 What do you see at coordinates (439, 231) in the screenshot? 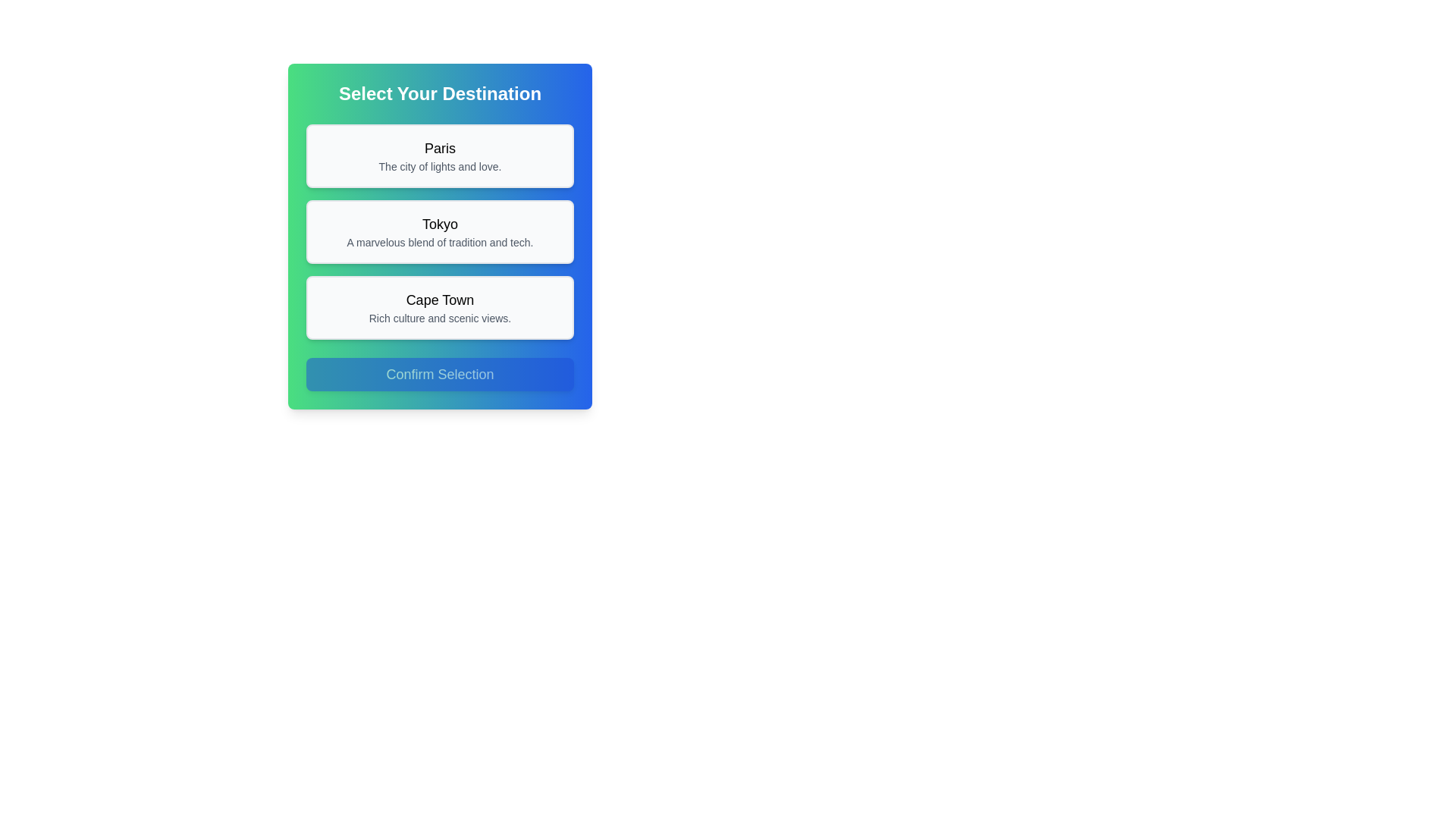
I see `the selectable list item representing the destination 'Tokyo', which is the second item in a vertical list of options` at bounding box center [439, 231].